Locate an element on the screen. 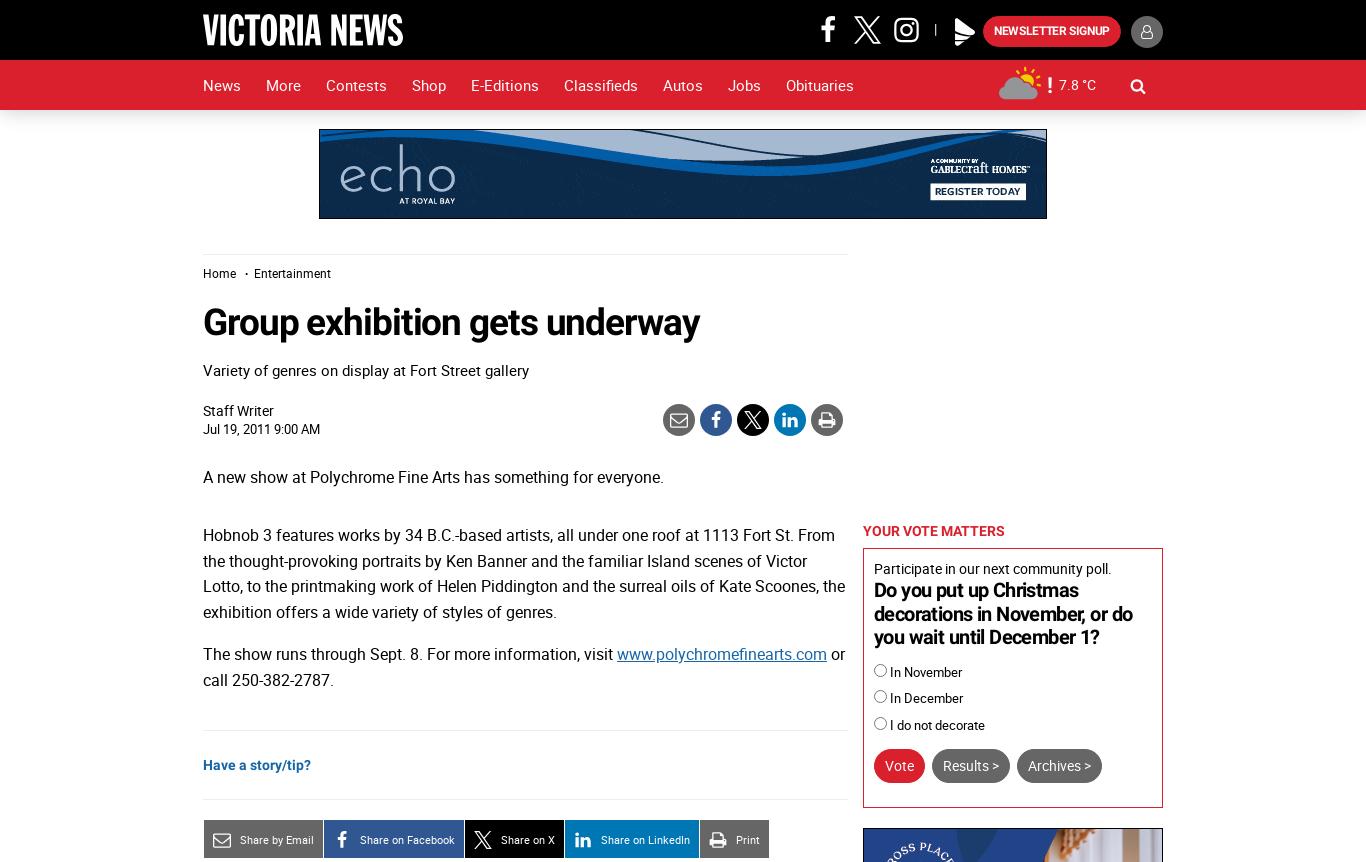 This screenshot has width=1366, height=862. 'In December' is located at coordinates (885, 697).